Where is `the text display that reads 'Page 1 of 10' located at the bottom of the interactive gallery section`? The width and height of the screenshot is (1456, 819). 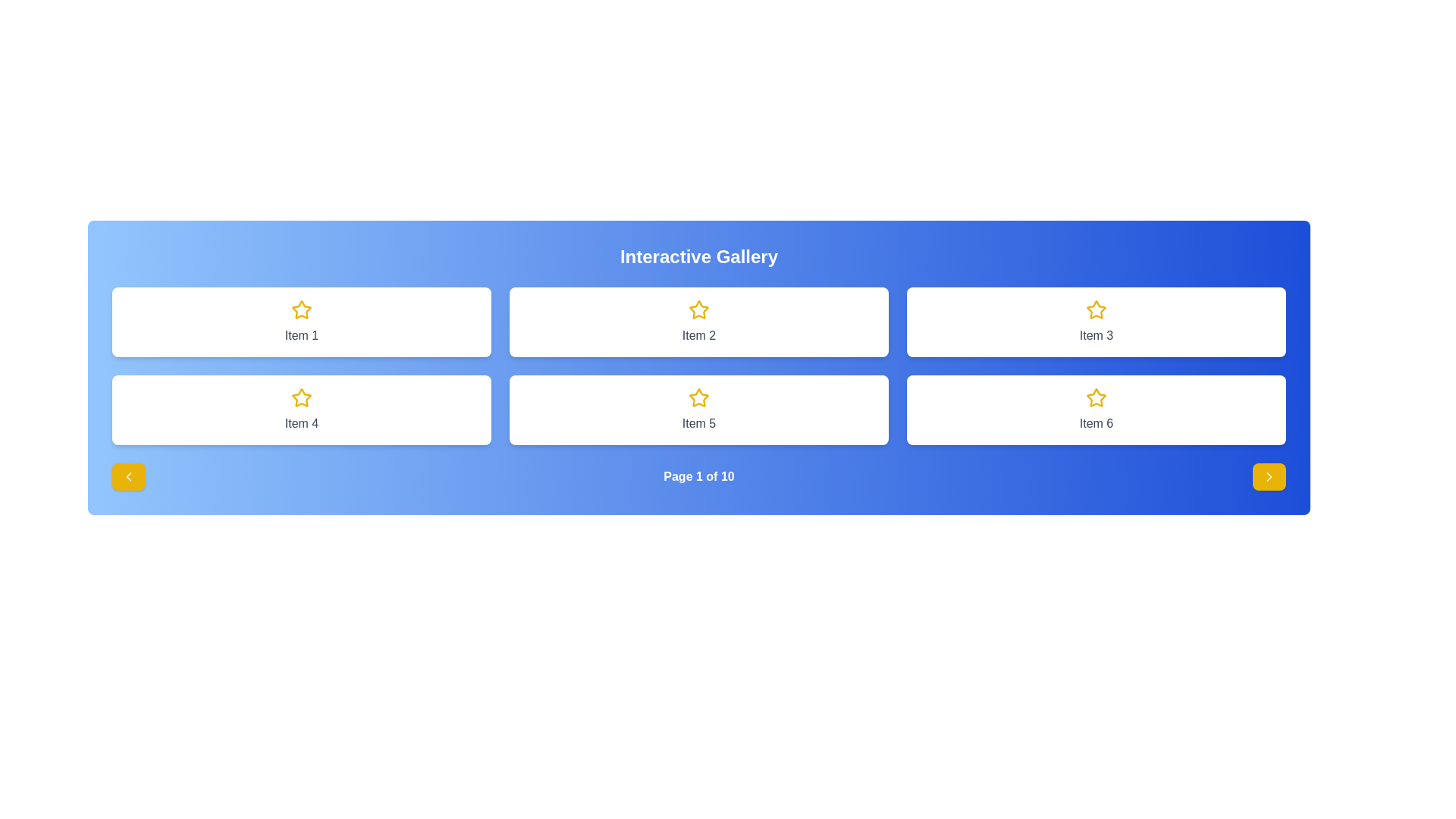
the text display that reads 'Page 1 of 10' located at the bottom of the interactive gallery section is located at coordinates (698, 475).